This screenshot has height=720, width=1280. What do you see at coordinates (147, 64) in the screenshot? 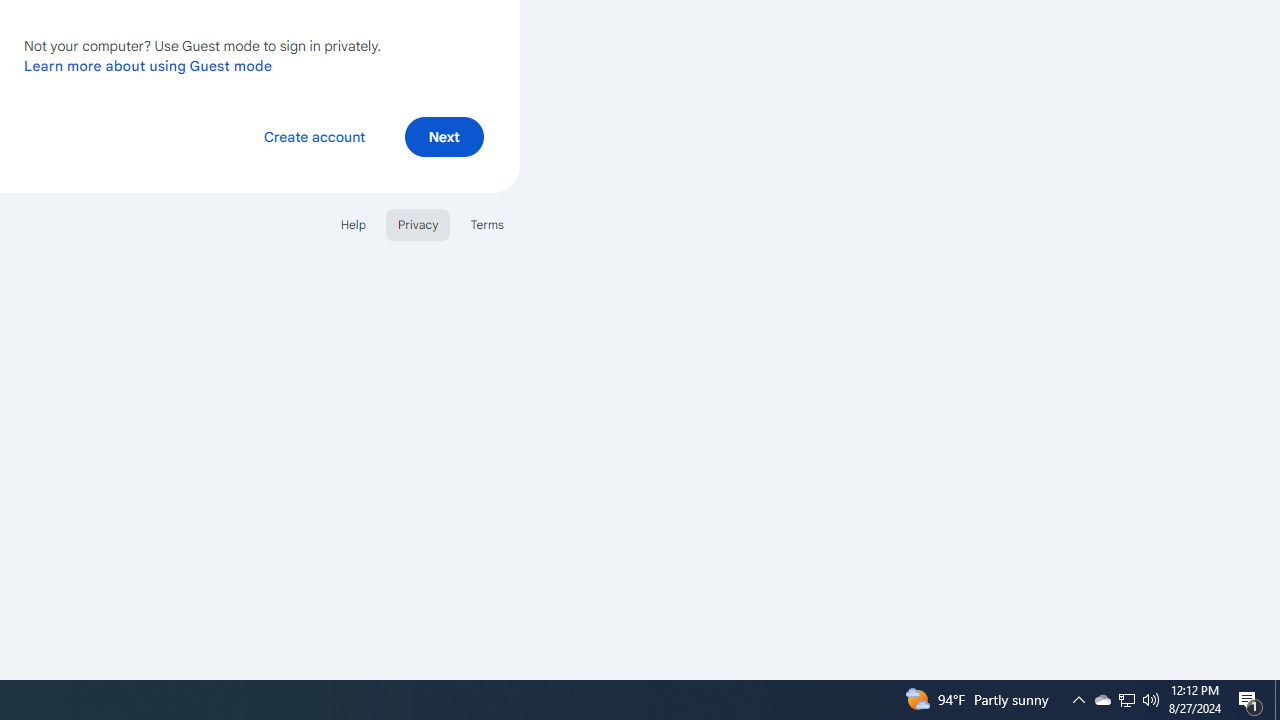
I see `'Learn more about using Guest mode'` at bounding box center [147, 64].